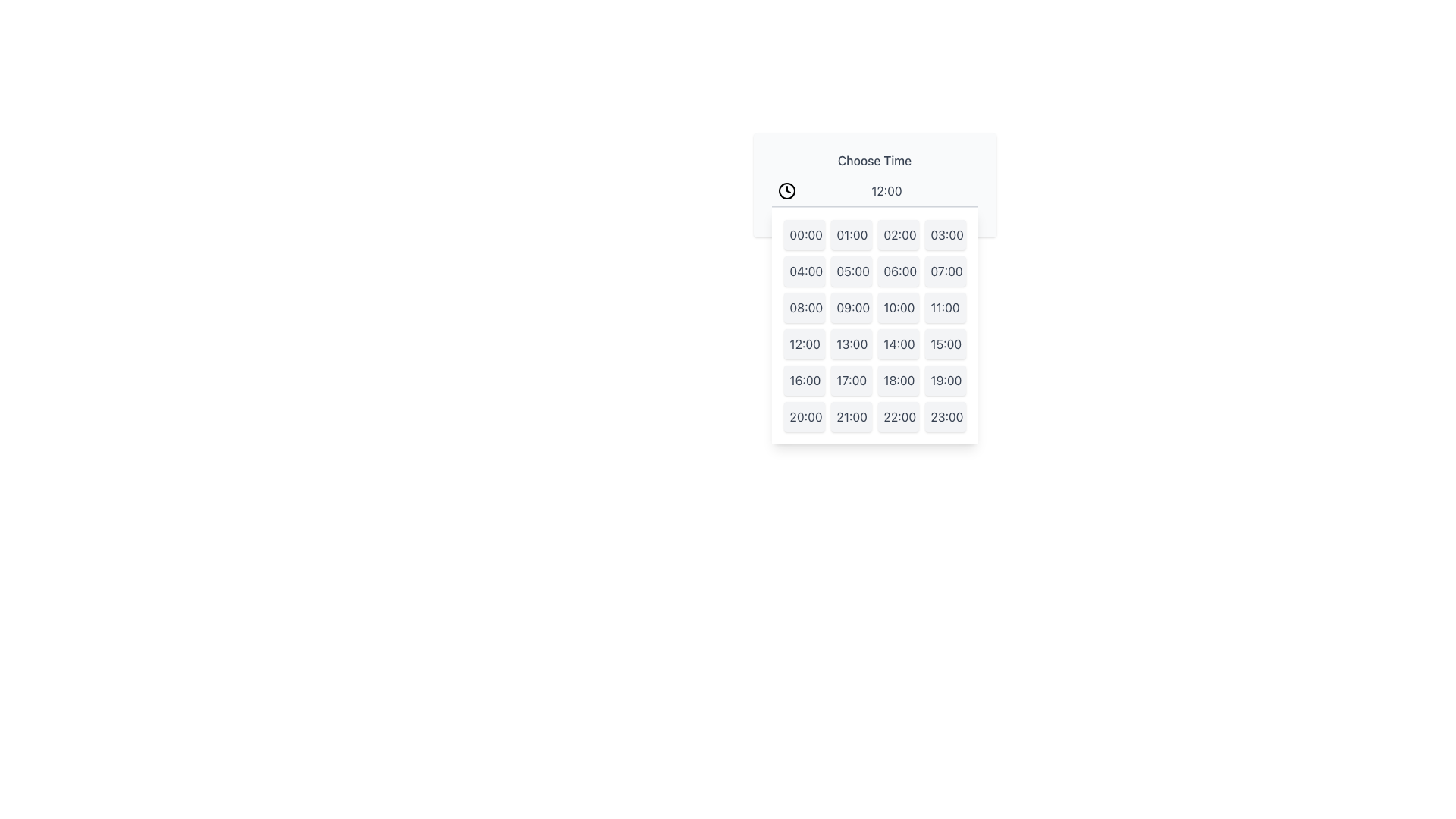 Image resolution: width=1456 pixels, height=819 pixels. Describe the element at coordinates (944, 307) in the screenshot. I see `the button displaying '11:00' with a light gray background and dark gray text` at that location.